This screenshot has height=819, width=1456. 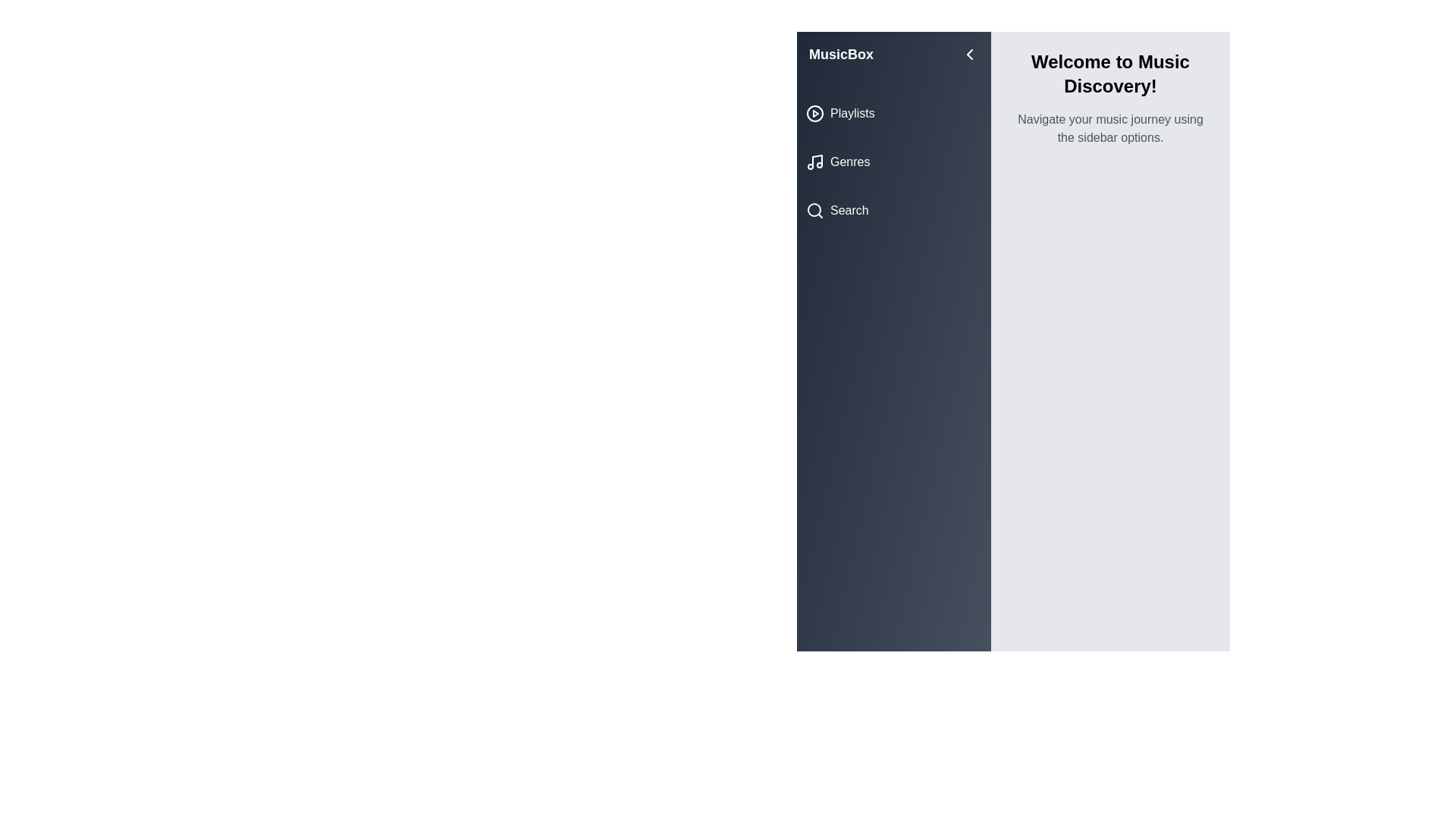 What do you see at coordinates (894, 210) in the screenshot?
I see `the category Search to view its hover state` at bounding box center [894, 210].